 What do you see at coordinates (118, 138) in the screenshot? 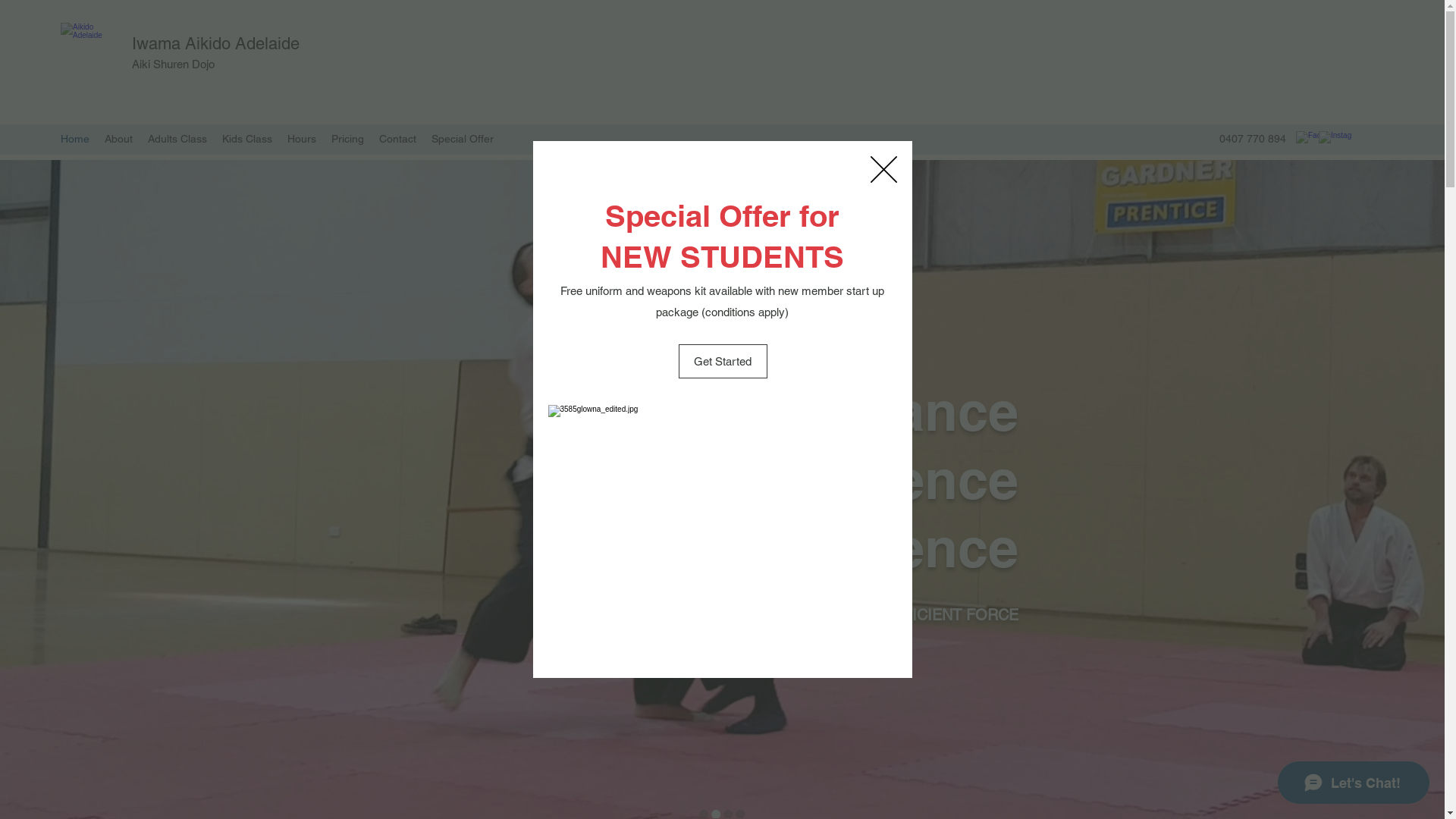
I see `'About'` at bounding box center [118, 138].